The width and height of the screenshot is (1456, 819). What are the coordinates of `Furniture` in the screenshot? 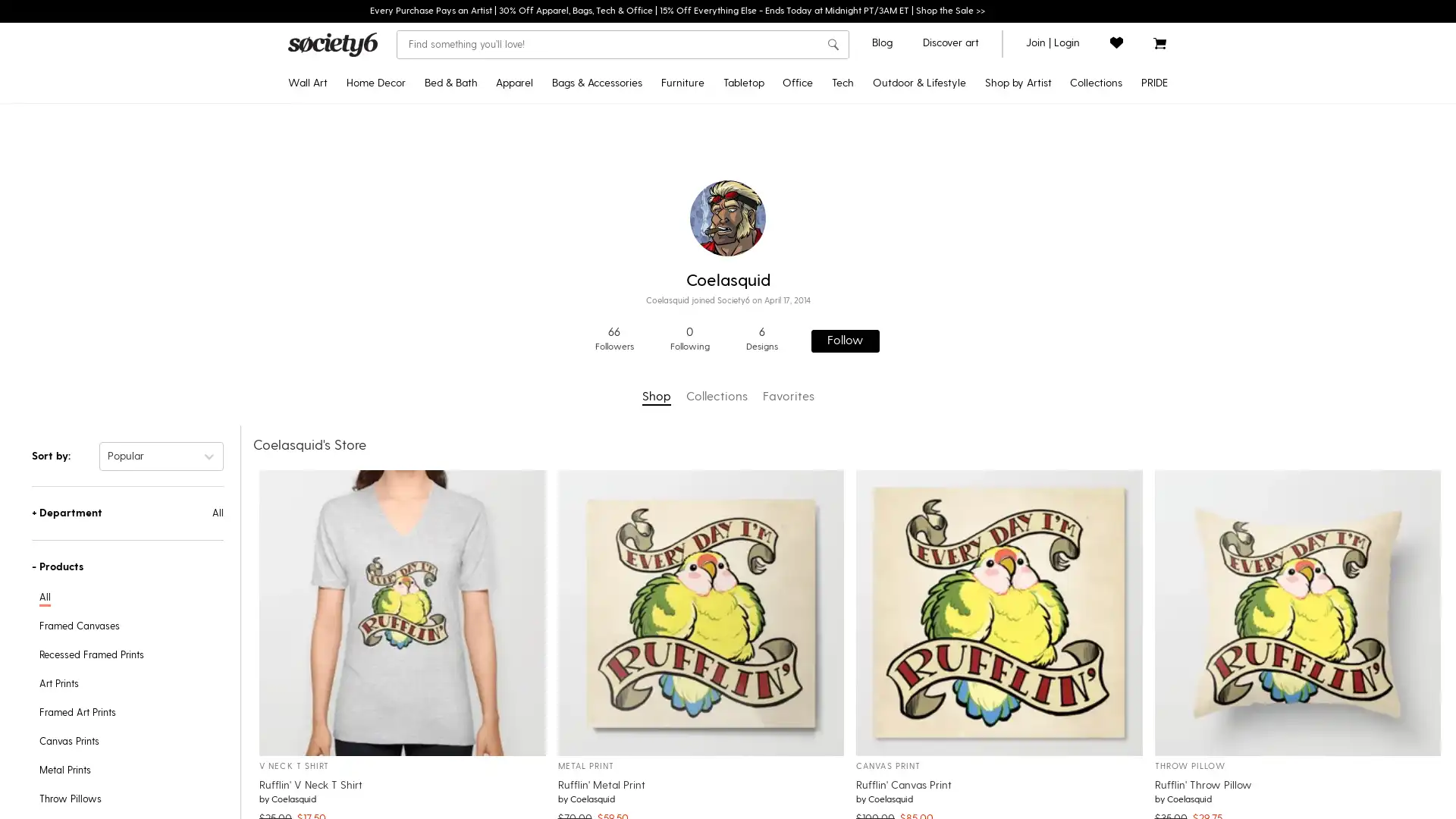 It's located at (681, 83).